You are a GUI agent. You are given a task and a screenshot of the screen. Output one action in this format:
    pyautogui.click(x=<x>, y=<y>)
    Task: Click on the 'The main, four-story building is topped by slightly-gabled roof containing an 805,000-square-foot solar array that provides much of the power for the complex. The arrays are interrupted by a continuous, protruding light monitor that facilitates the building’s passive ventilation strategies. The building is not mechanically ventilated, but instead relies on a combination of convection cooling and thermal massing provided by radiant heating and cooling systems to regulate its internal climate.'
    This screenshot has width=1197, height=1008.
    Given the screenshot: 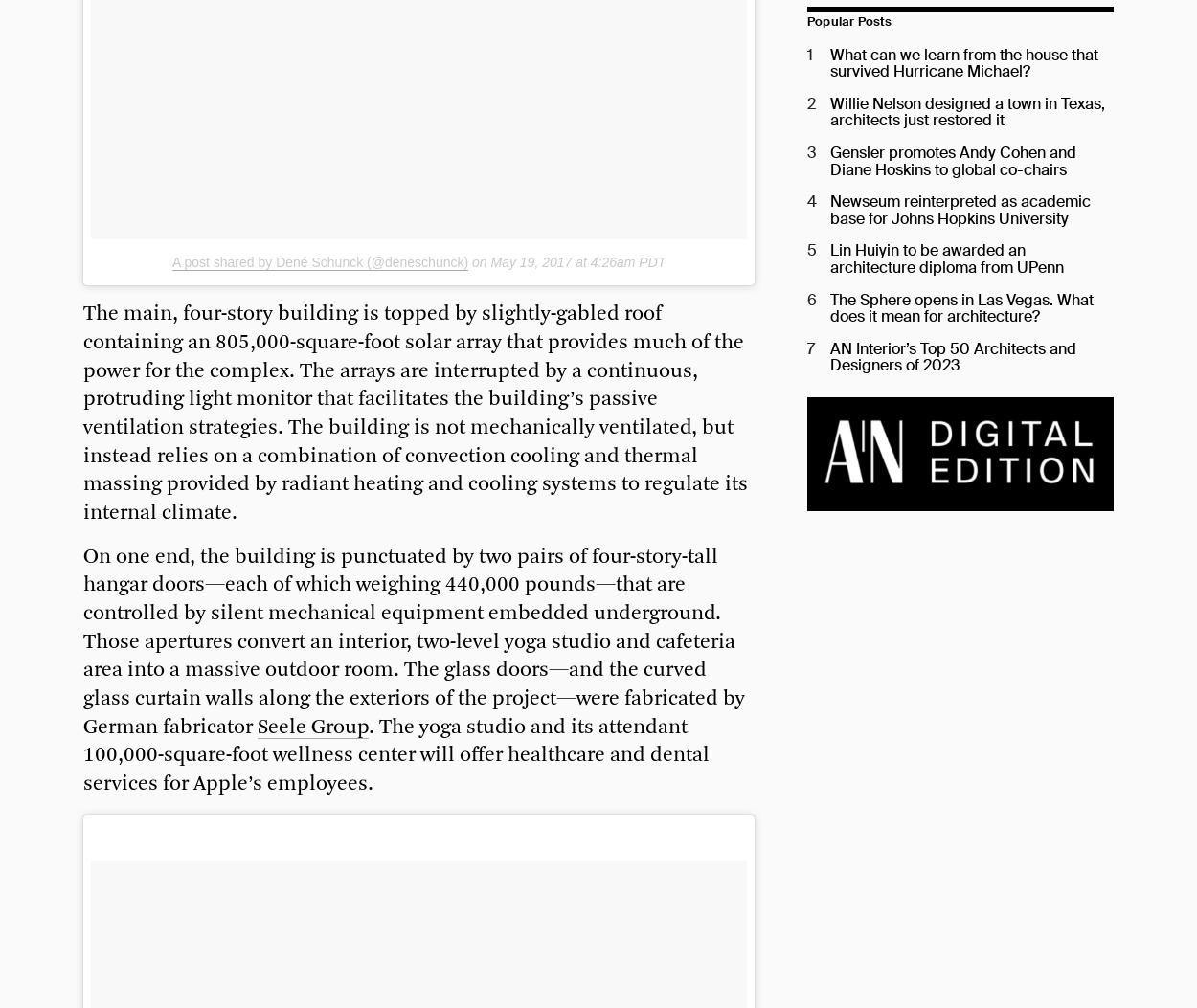 What is the action you would take?
    pyautogui.click(x=416, y=413)
    